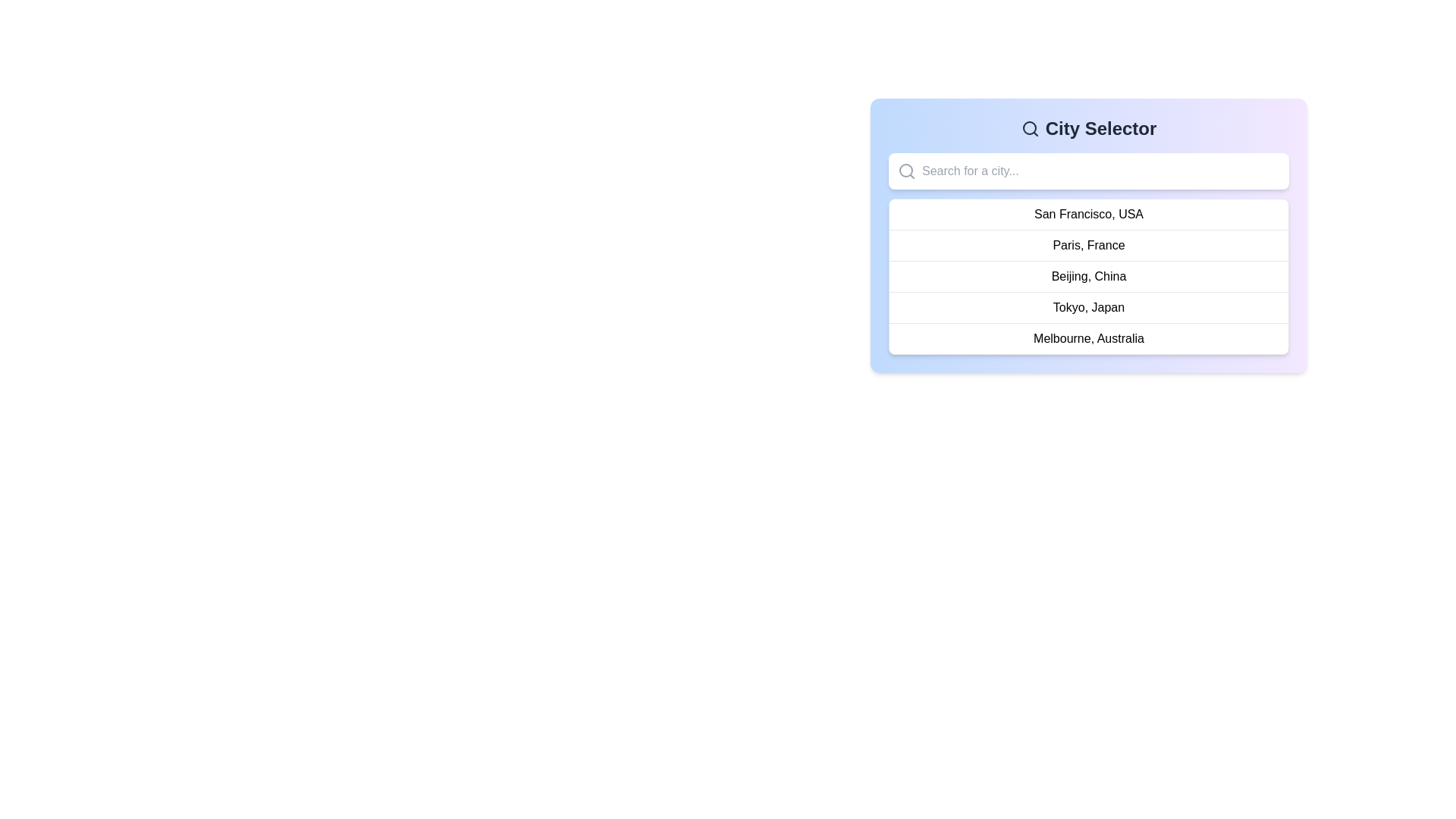 This screenshot has width=1456, height=819. I want to click on the third list item displaying 'Beijing, China' in a dropdown menu, so click(1087, 276).